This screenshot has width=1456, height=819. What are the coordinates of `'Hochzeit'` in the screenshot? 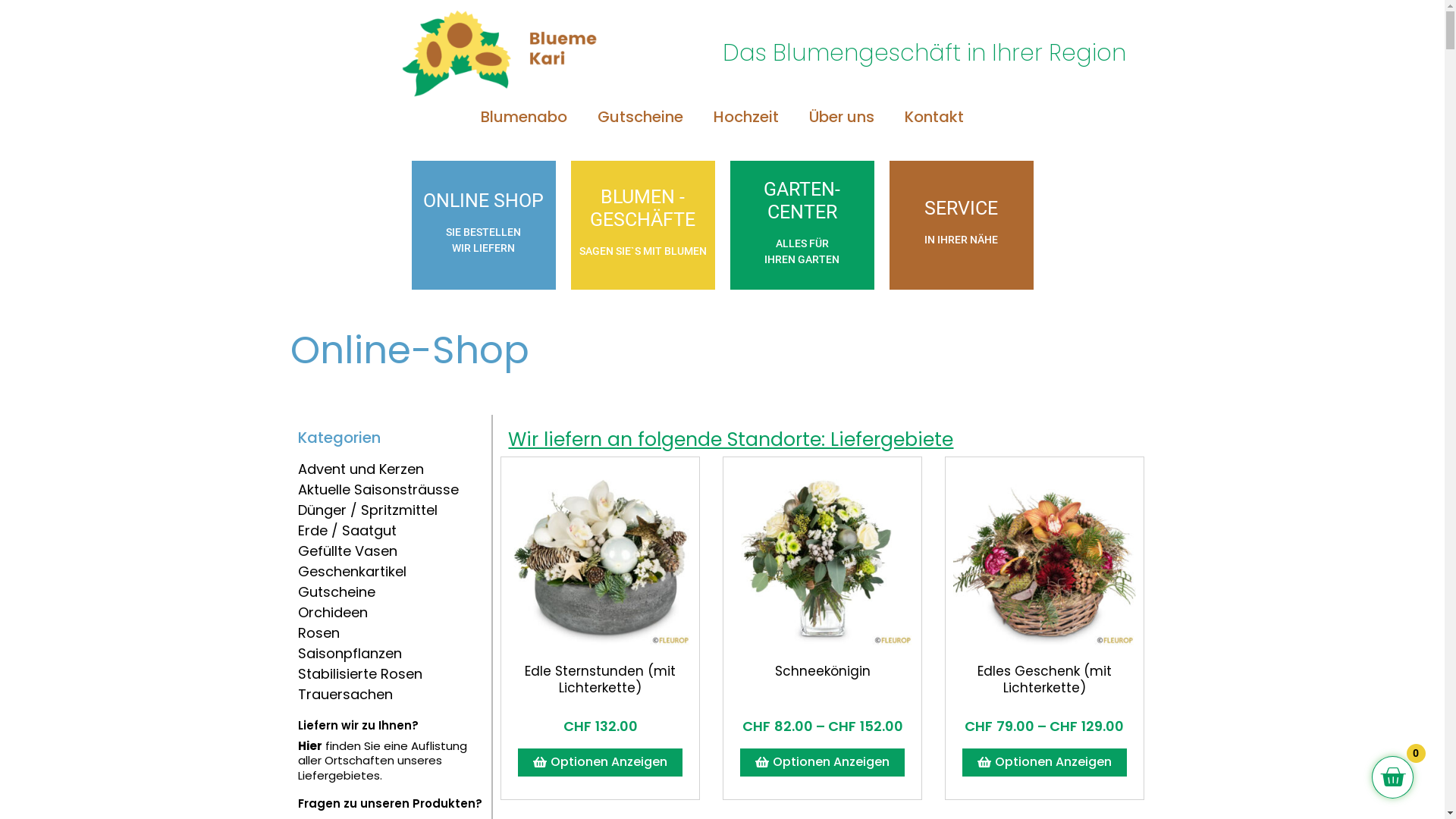 It's located at (745, 116).